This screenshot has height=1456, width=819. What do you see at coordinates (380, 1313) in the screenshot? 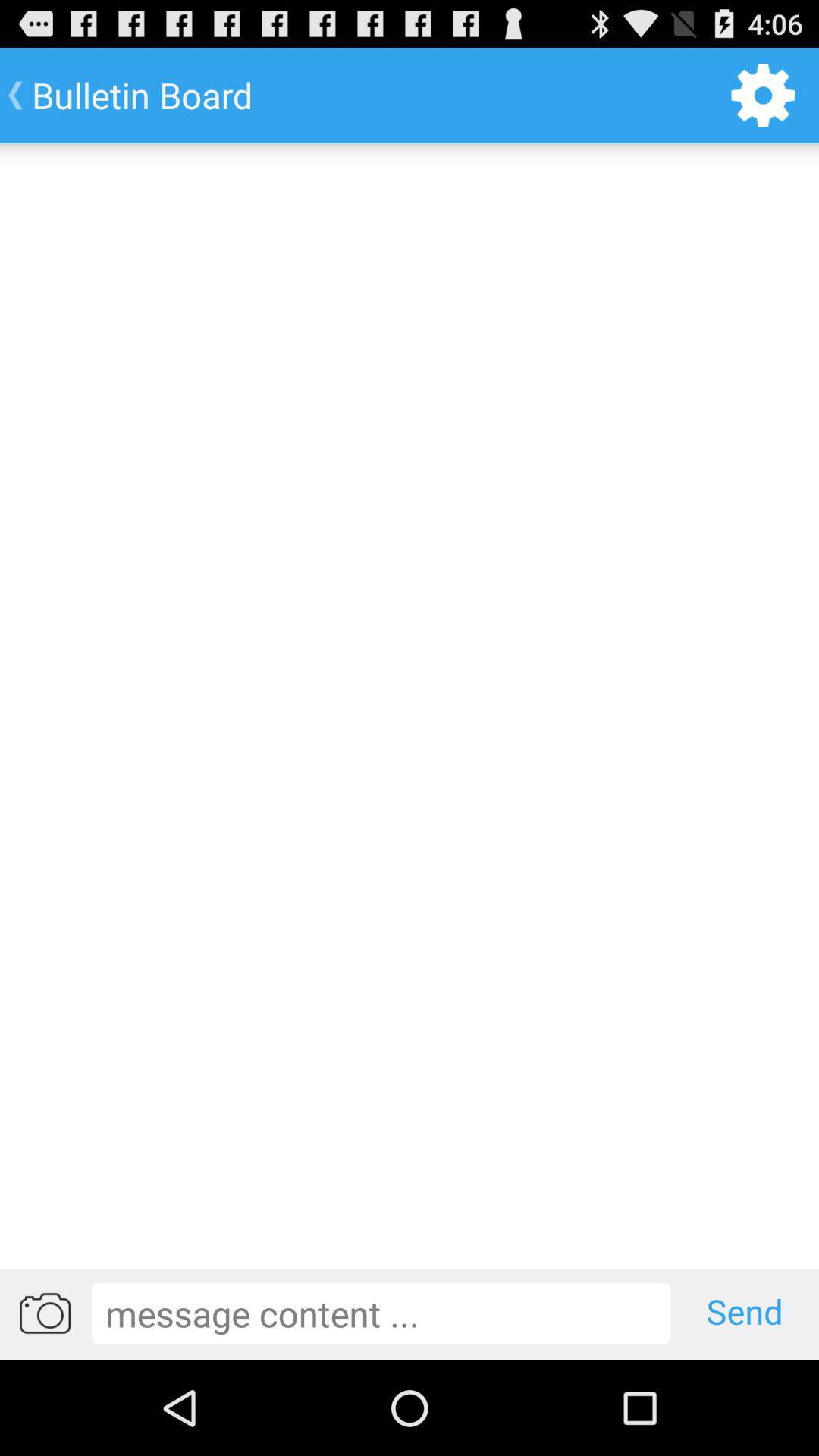
I see `write message` at bounding box center [380, 1313].